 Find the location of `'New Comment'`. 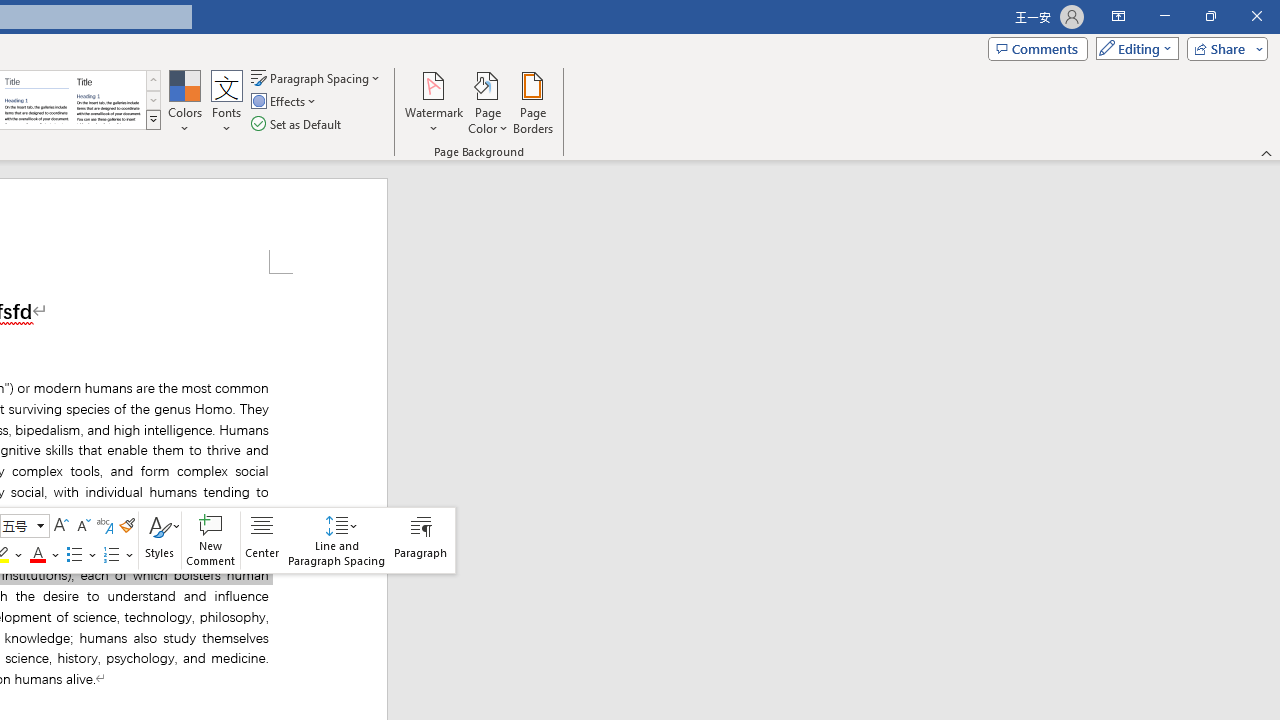

'New Comment' is located at coordinates (211, 540).